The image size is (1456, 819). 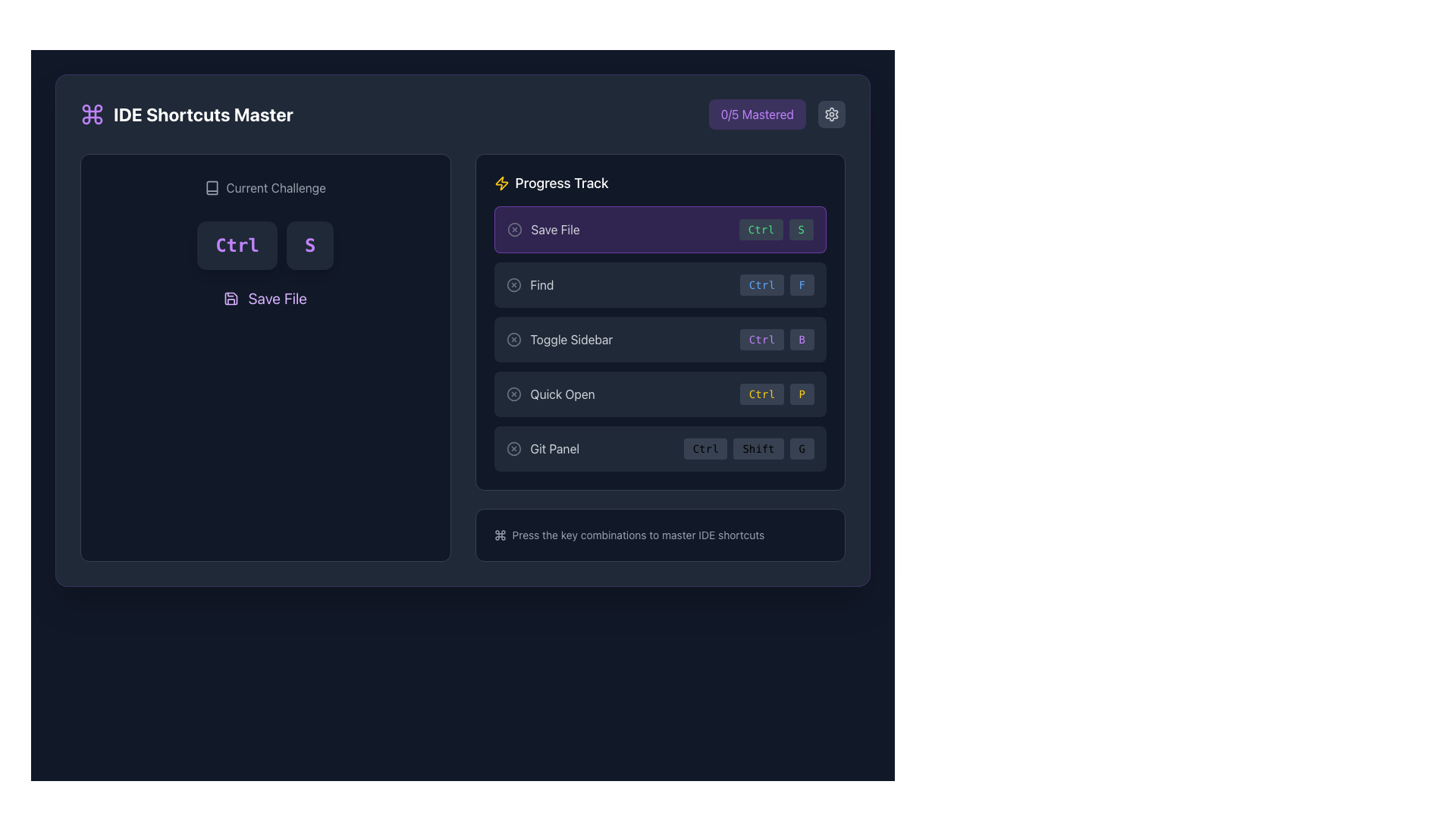 I want to click on the circular graphic element representing the close or cancel icon located at the top-right section of the Progress Track, adjacent to the Toggle Sidebar button, so click(x=513, y=338).